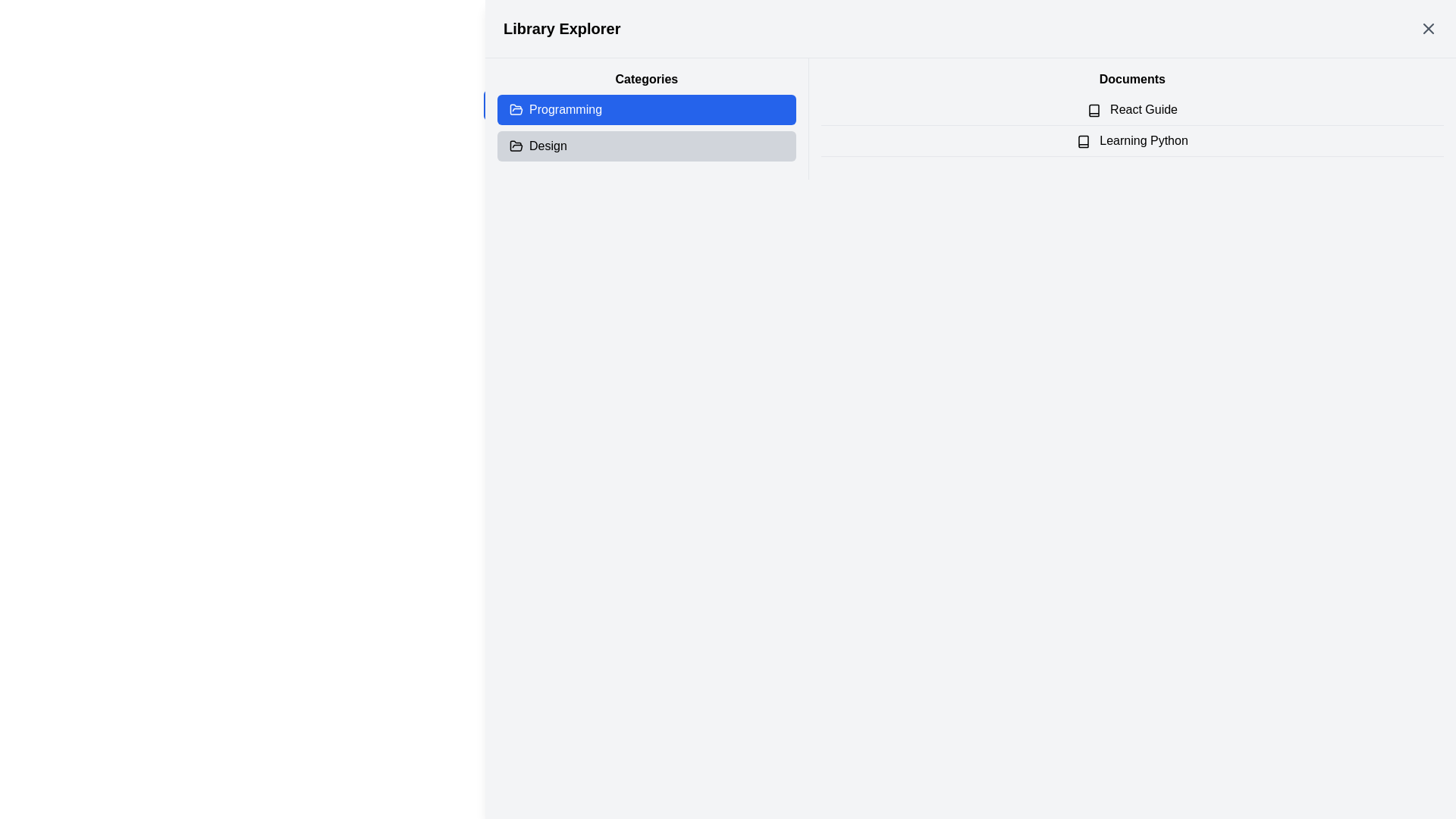  Describe the element at coordinates (1082, 141) in the screenshot. I see `the small open book icon adjacent to the text 'Learning Python' in the 'Documents' section` at that location.